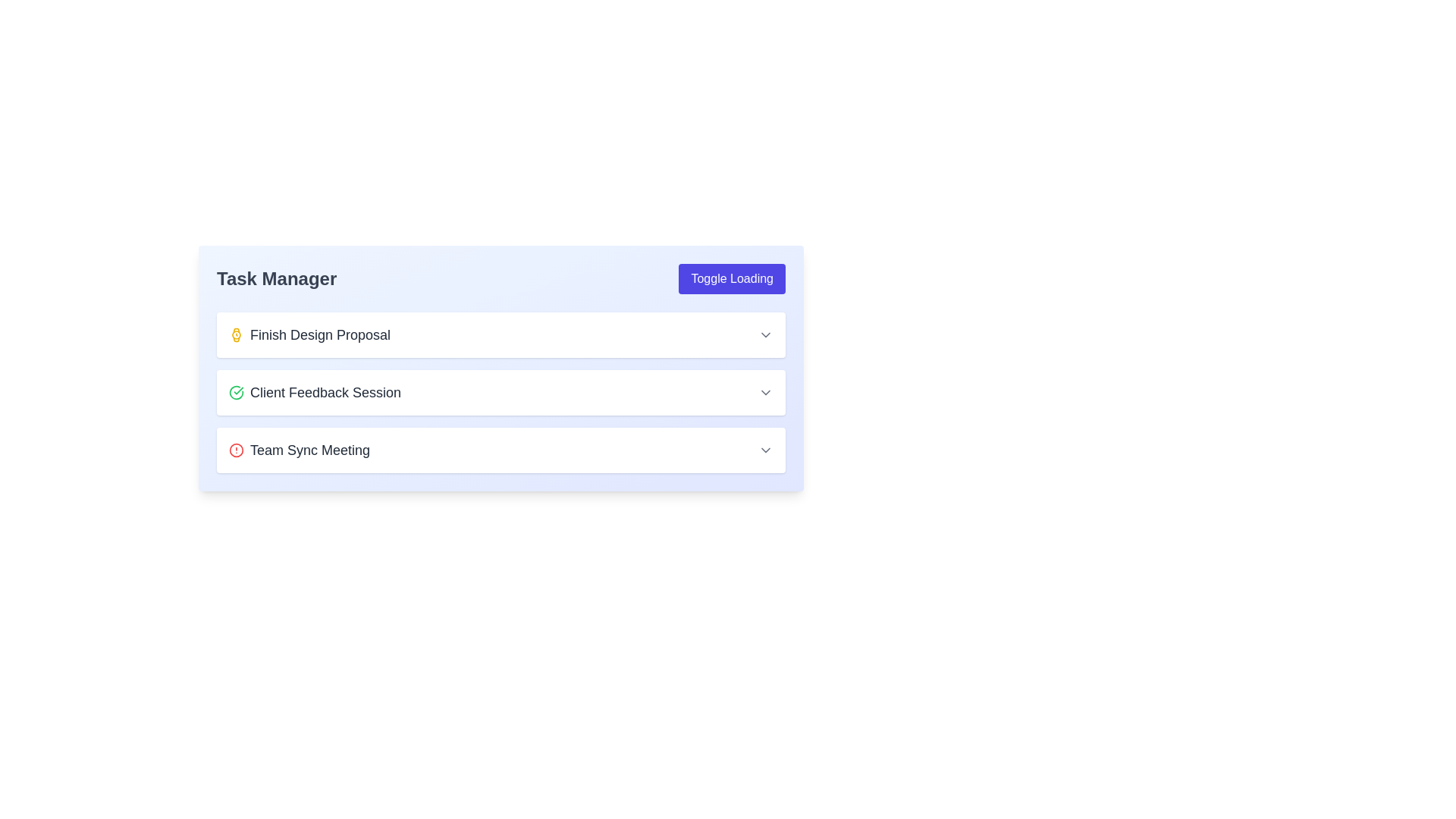 The width and height of the screenshot is (1456, 819). What do you see at coordinates (501, 391) in the screenshot?
I see `the 'Client Feedback Session' list item` at bounding box center [501, 391].